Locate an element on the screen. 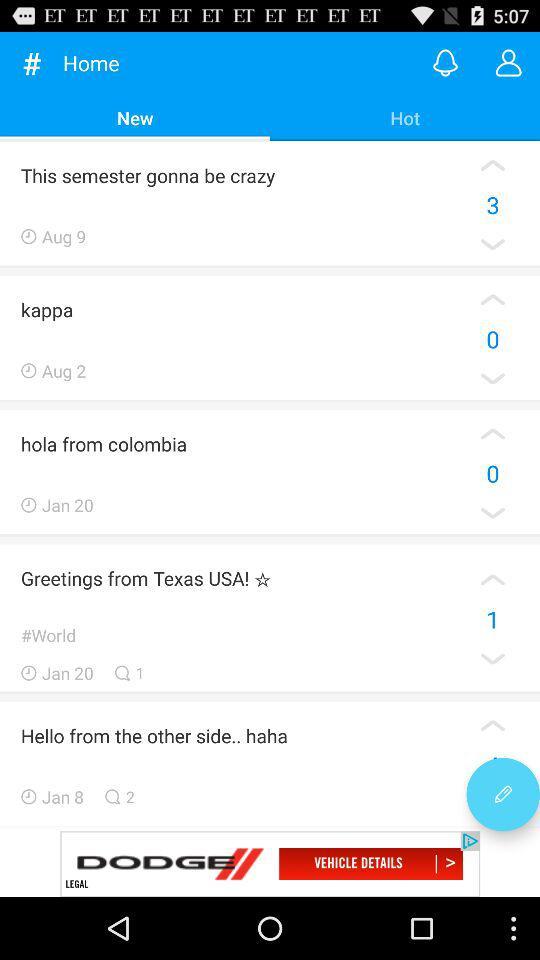 The height and width of the screenshot is (960, 540). the avatar icon is located at coordinates (508, 67).